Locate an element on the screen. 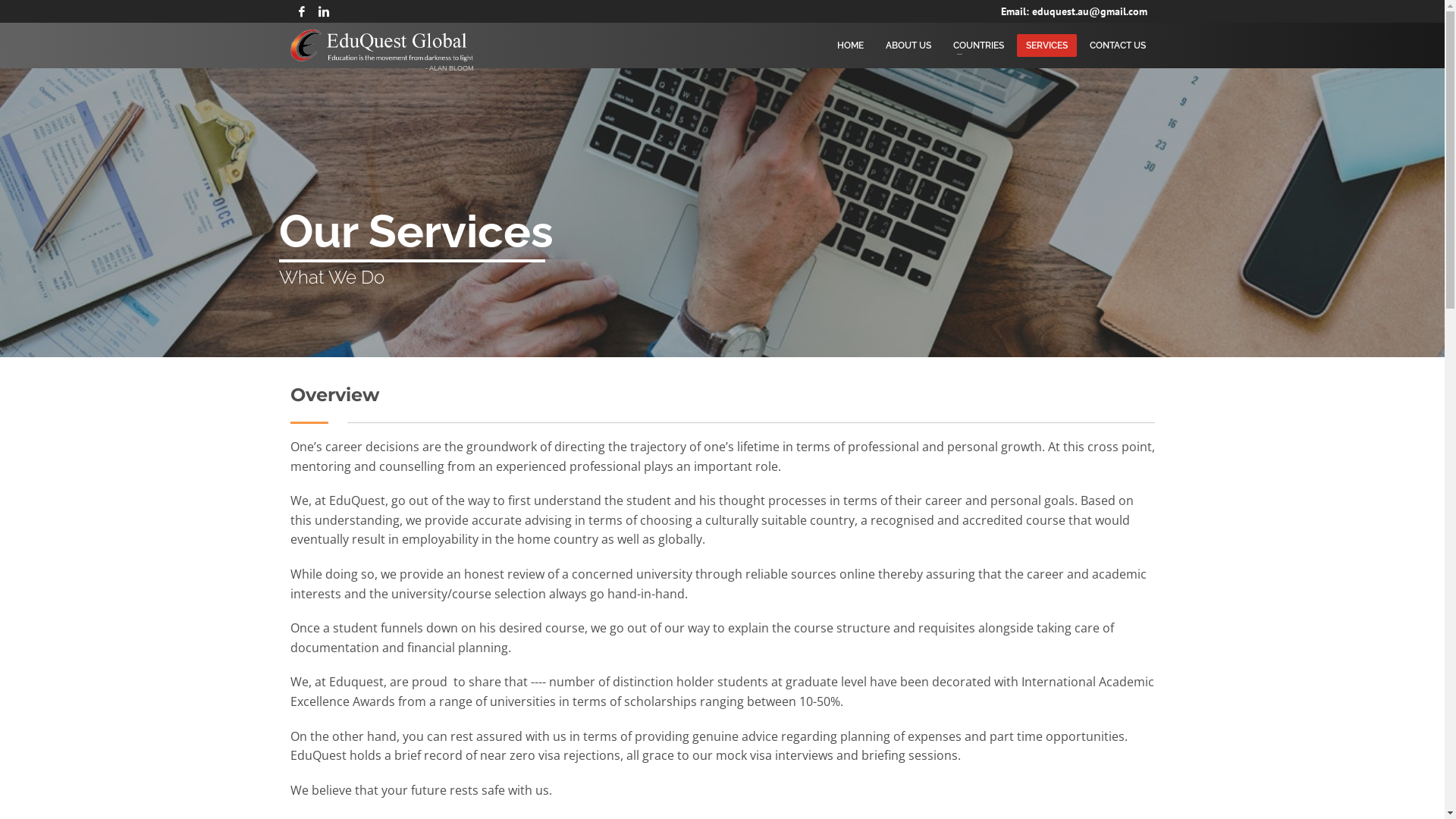 The width and height of the screenshot is (1456, 819). 'SERVICES' is located at coordinates (1045, 45).